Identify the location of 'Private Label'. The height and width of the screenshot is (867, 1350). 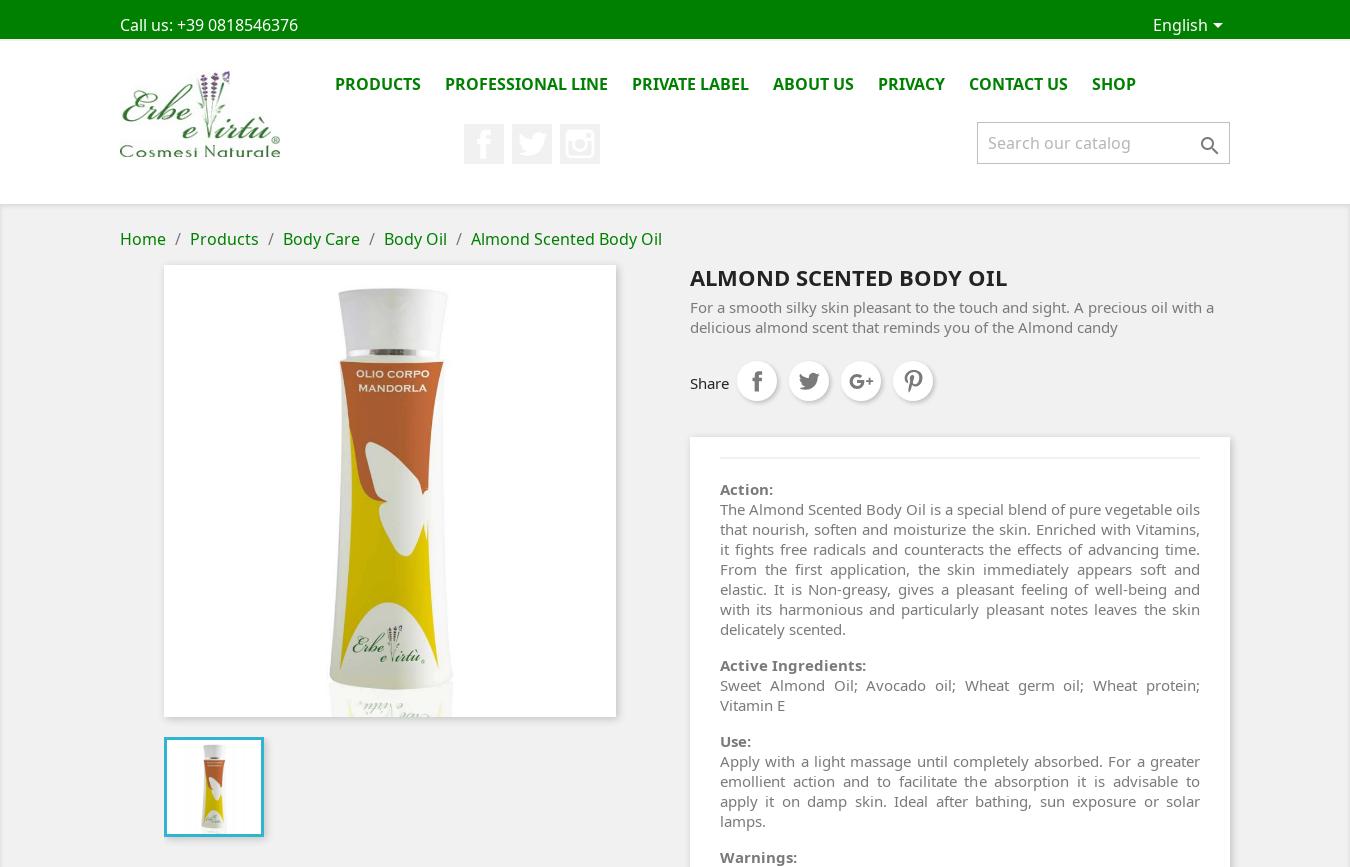
(689, 84).